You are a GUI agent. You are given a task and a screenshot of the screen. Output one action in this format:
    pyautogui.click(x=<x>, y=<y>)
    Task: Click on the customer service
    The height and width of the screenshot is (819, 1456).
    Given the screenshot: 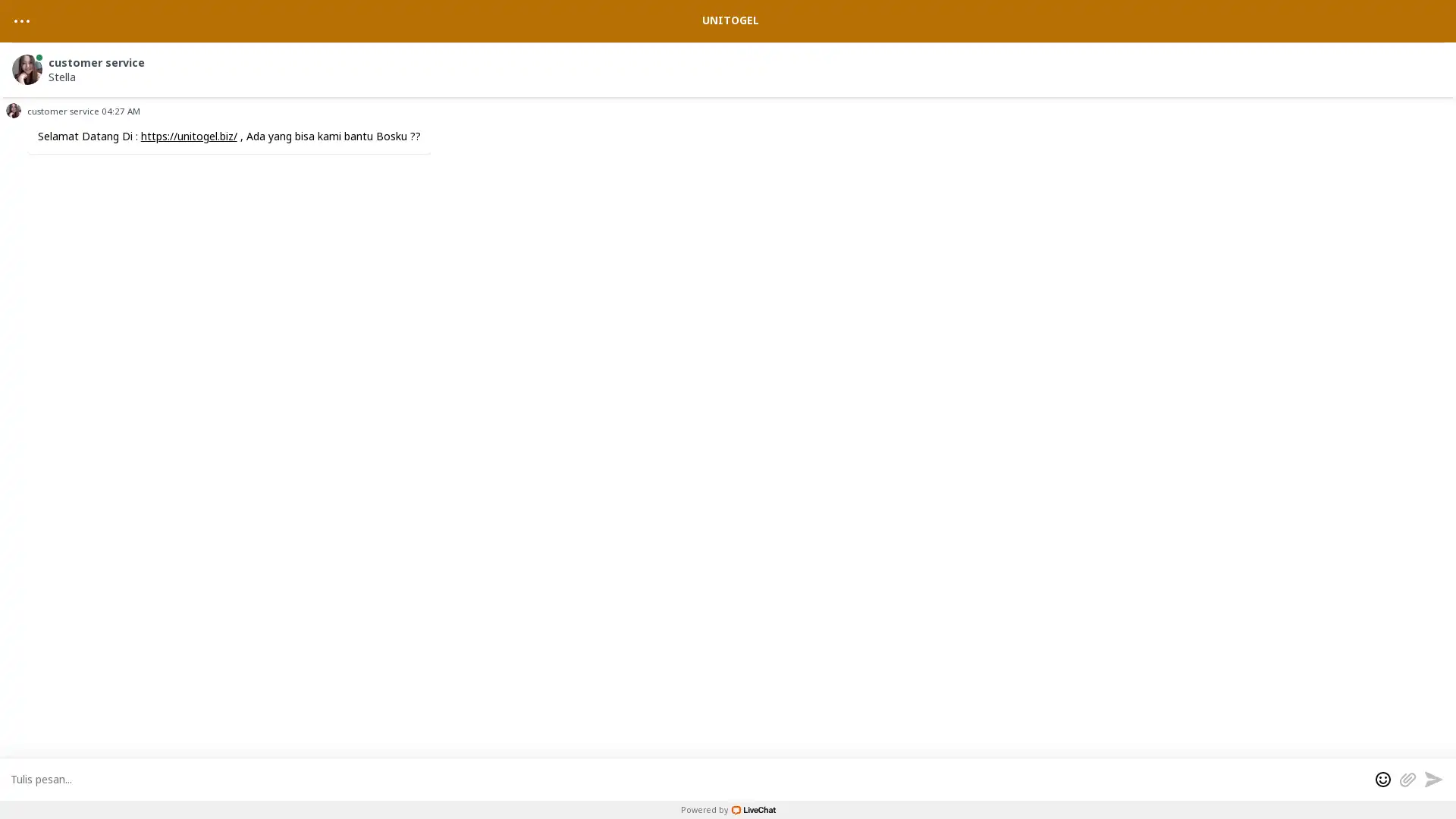 What is the action you would take?
    pyautogui.click(x=730, y=66)
    